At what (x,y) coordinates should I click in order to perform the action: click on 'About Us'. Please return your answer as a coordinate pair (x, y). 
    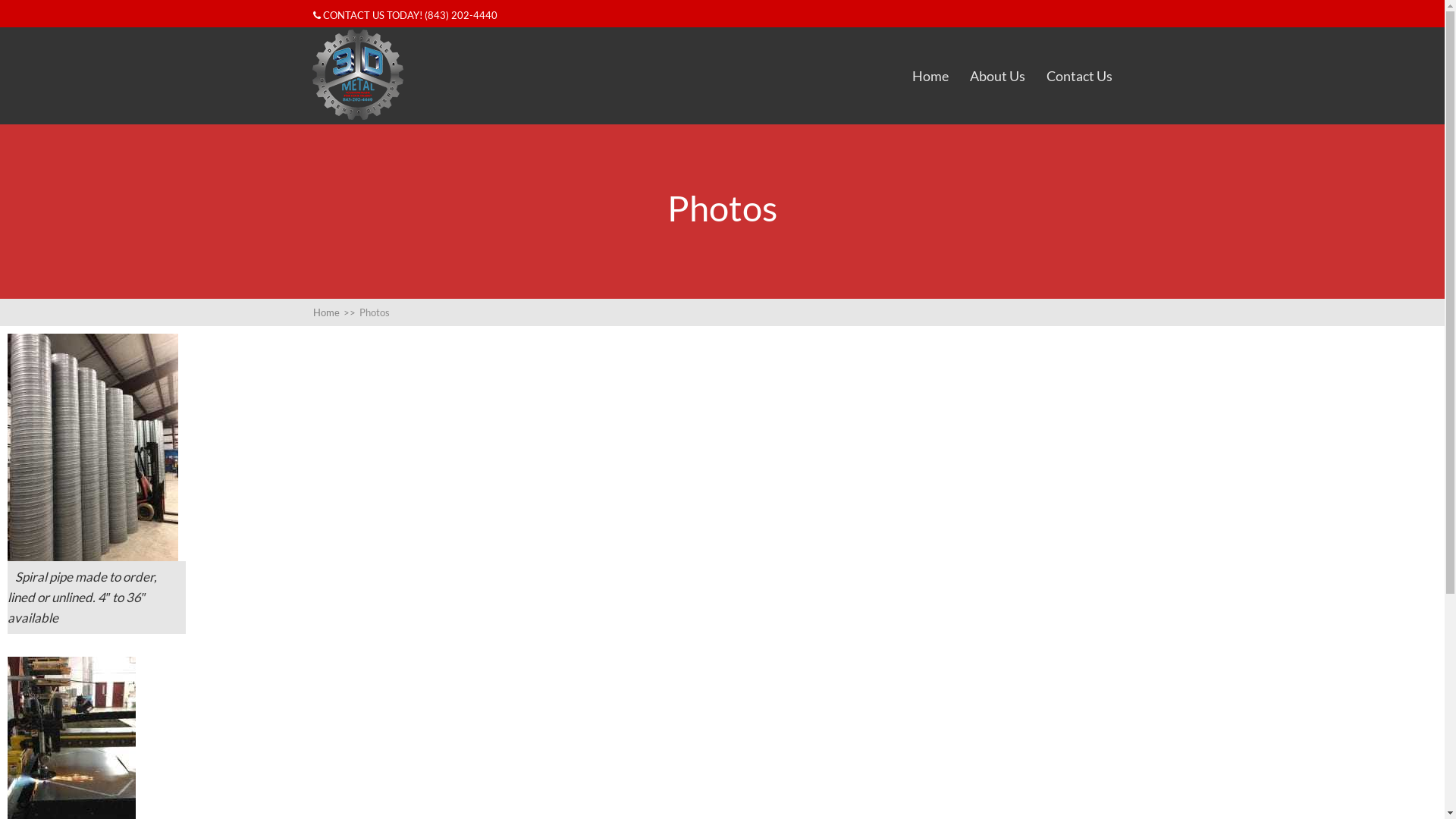
    Looking at the image, I should click on (997, 76).